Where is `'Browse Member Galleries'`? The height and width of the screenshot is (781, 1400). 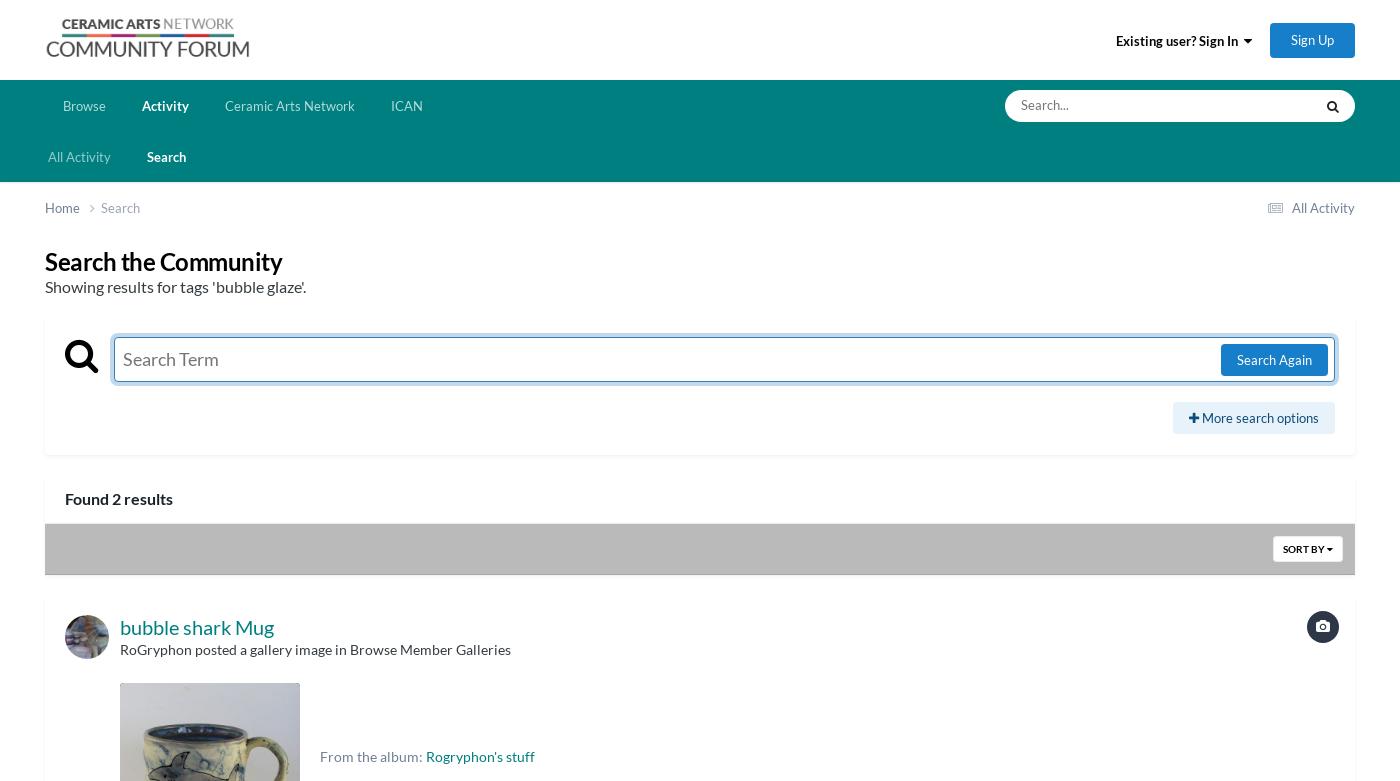 'Browse Member Galleries' is located at coordinates (430, 648).